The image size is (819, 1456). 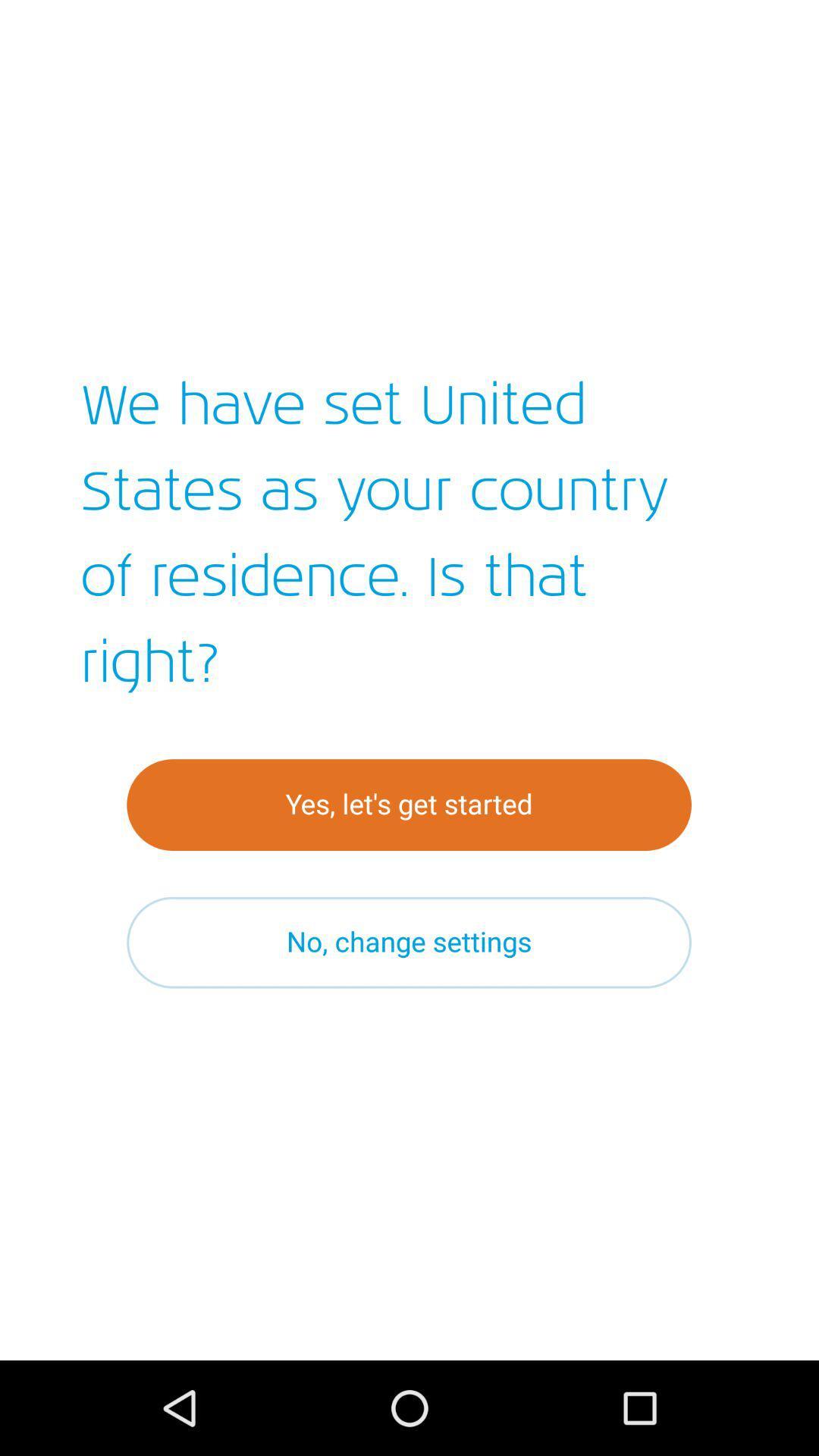 What do you see at coordinates (408, 804) in the screenshot?
I see `the item below we have set icon` at bounding box center [408, 804].